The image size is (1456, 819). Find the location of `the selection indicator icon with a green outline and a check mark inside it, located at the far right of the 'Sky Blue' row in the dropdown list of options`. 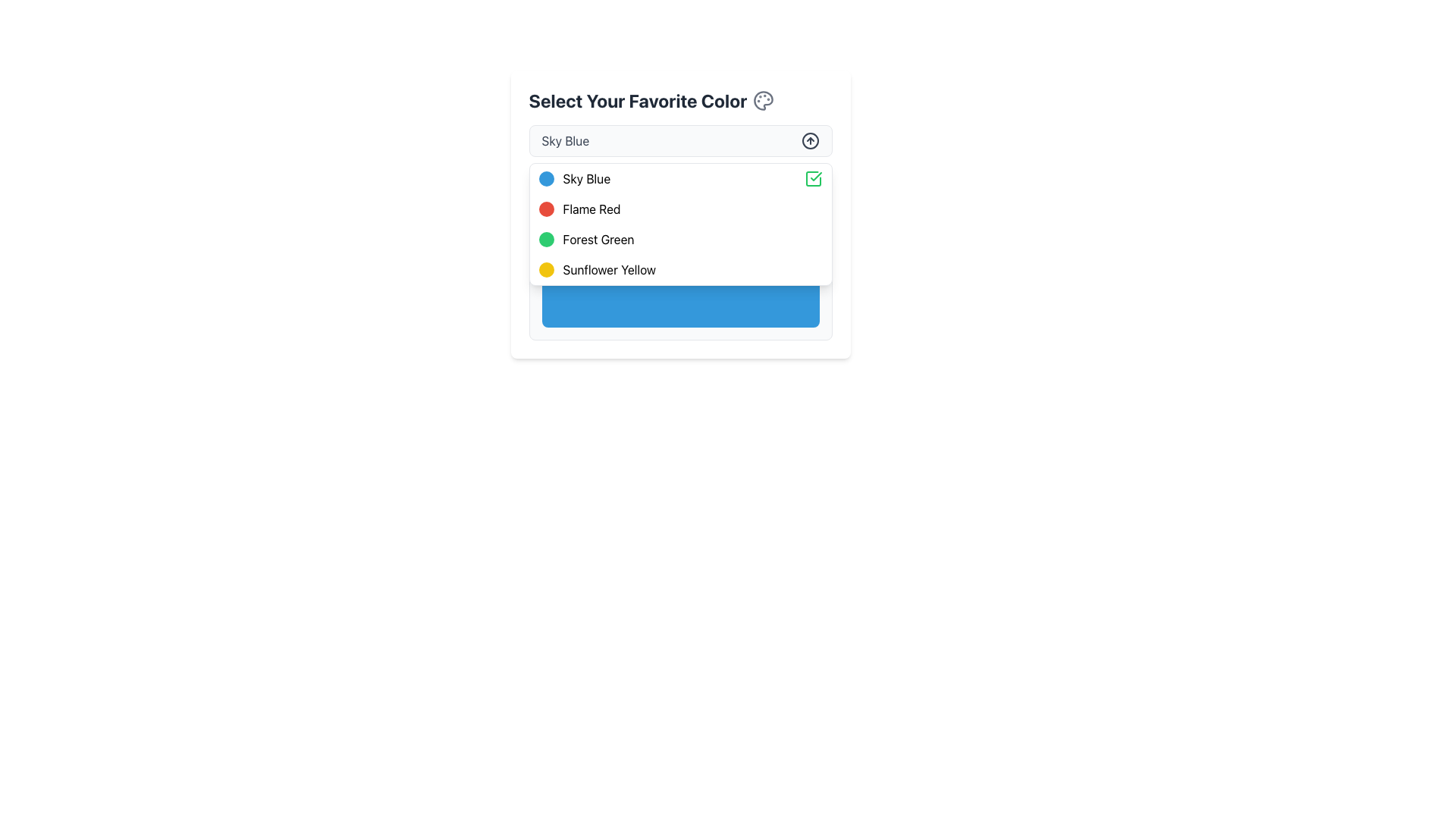

the selection indicator icon with a green outline and a check mark inside it, located at the far right of the 'Sky Blue' row in the dropdown list of options is located at coordinates (812, 177).